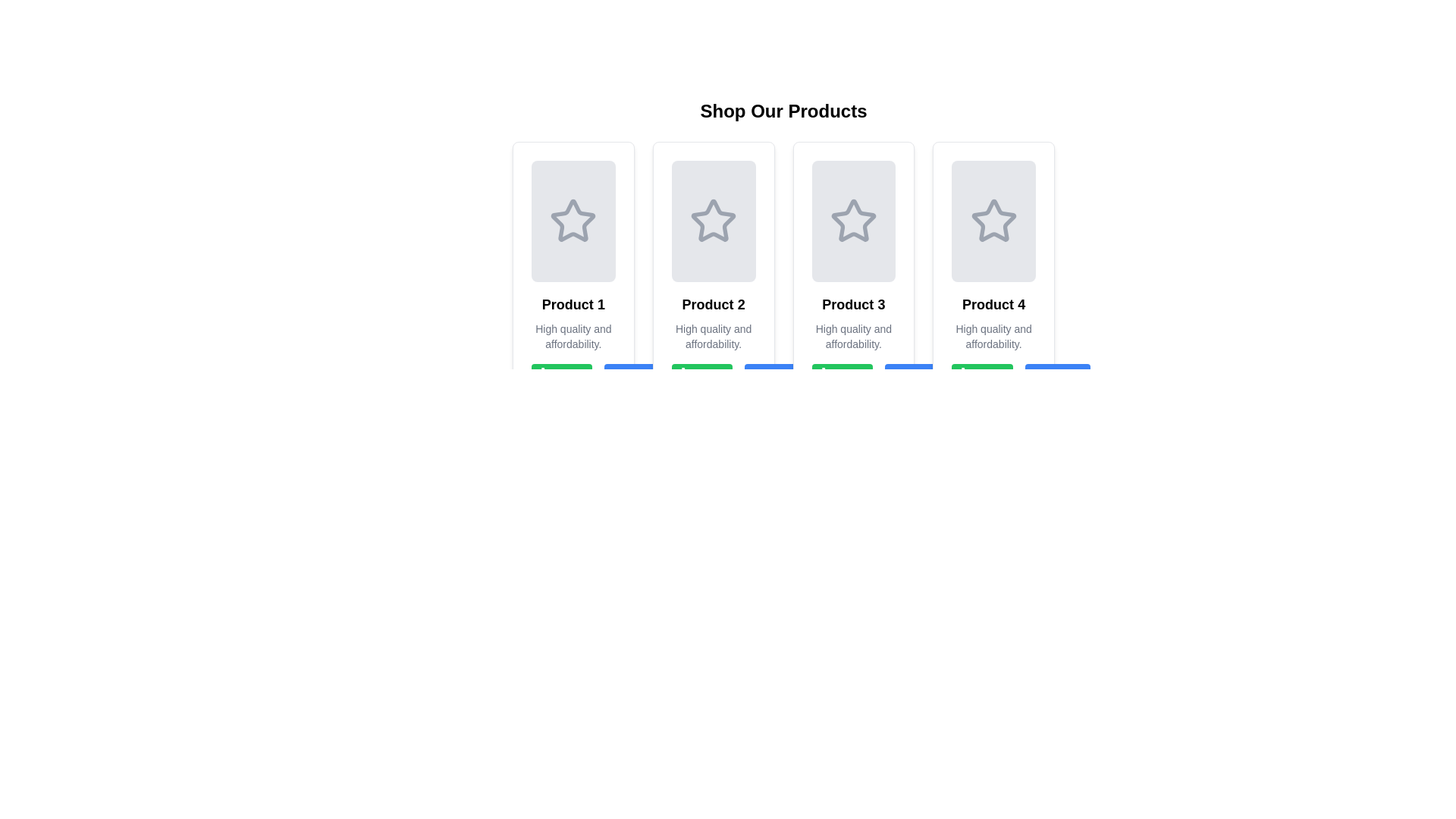 The image size is (1456, 819). Describe the element at coordinates (713, 221) in the screenshot. I see `the star-shaped icon located in the second card under the 'Shop Our Products' heading for additional actions` at that location.